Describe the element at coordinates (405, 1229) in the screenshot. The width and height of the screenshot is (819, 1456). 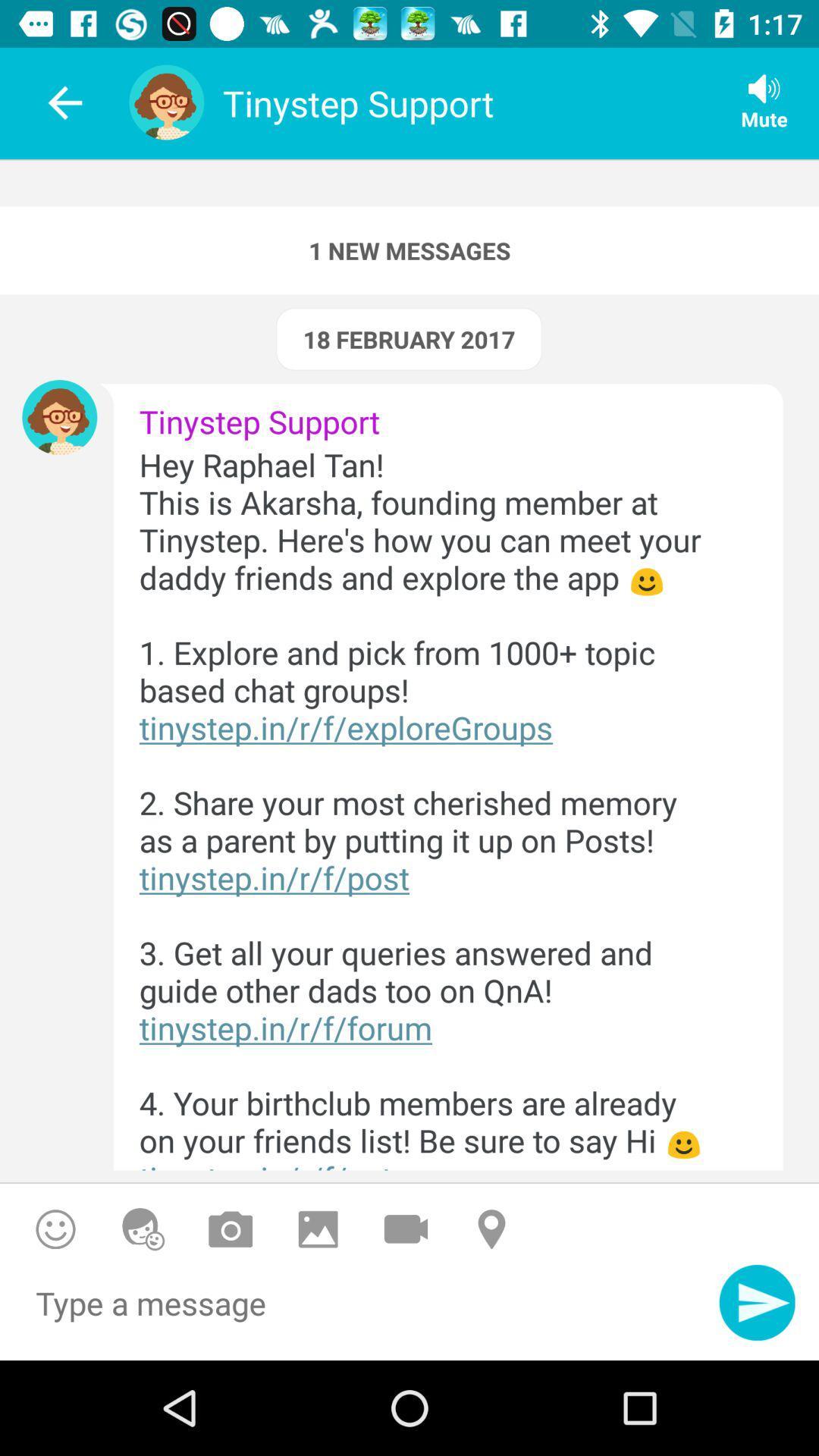
I see `the videocam icon` at that location.